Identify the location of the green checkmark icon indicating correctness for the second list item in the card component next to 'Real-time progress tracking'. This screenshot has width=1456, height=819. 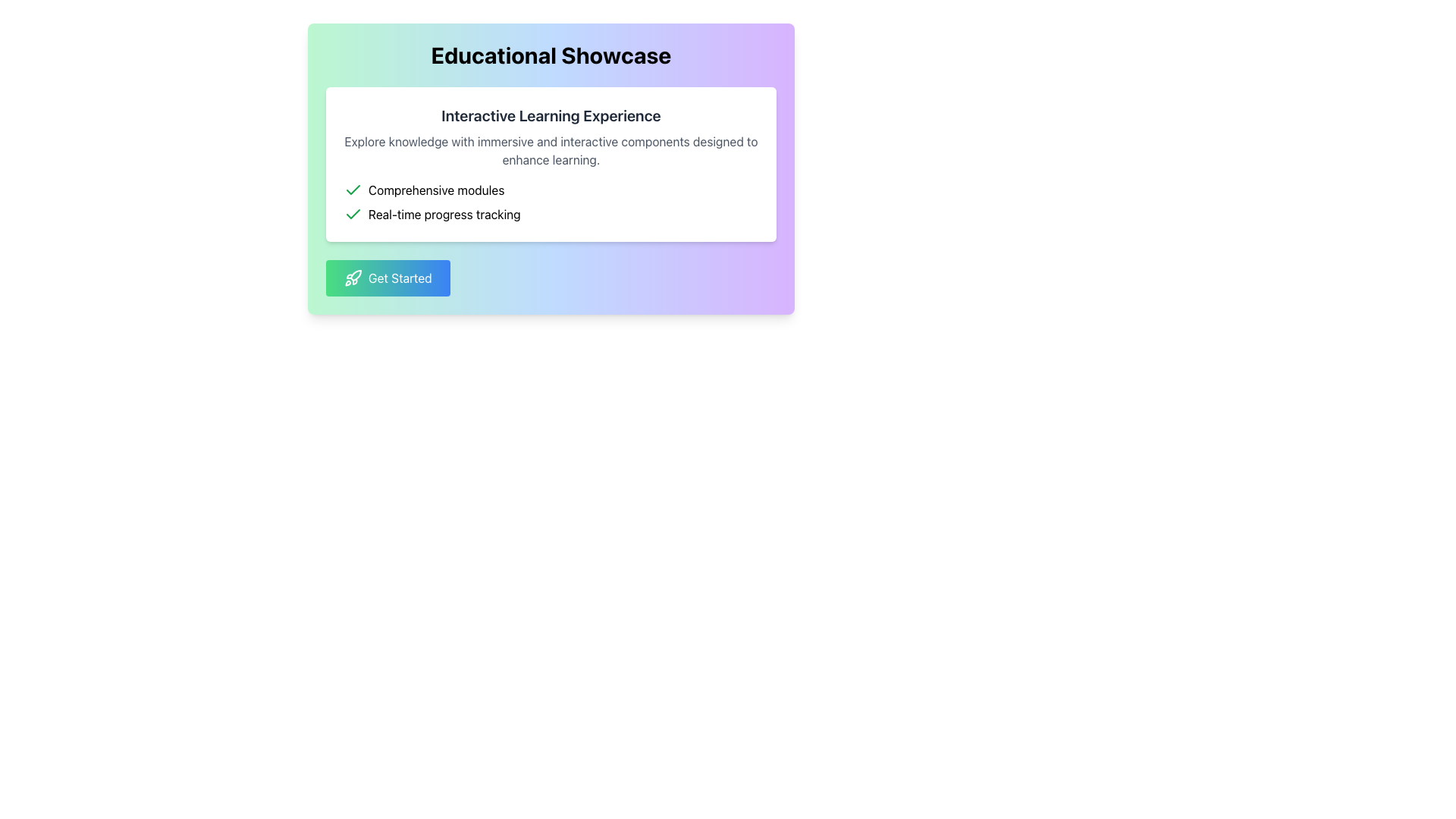
(352, 189).